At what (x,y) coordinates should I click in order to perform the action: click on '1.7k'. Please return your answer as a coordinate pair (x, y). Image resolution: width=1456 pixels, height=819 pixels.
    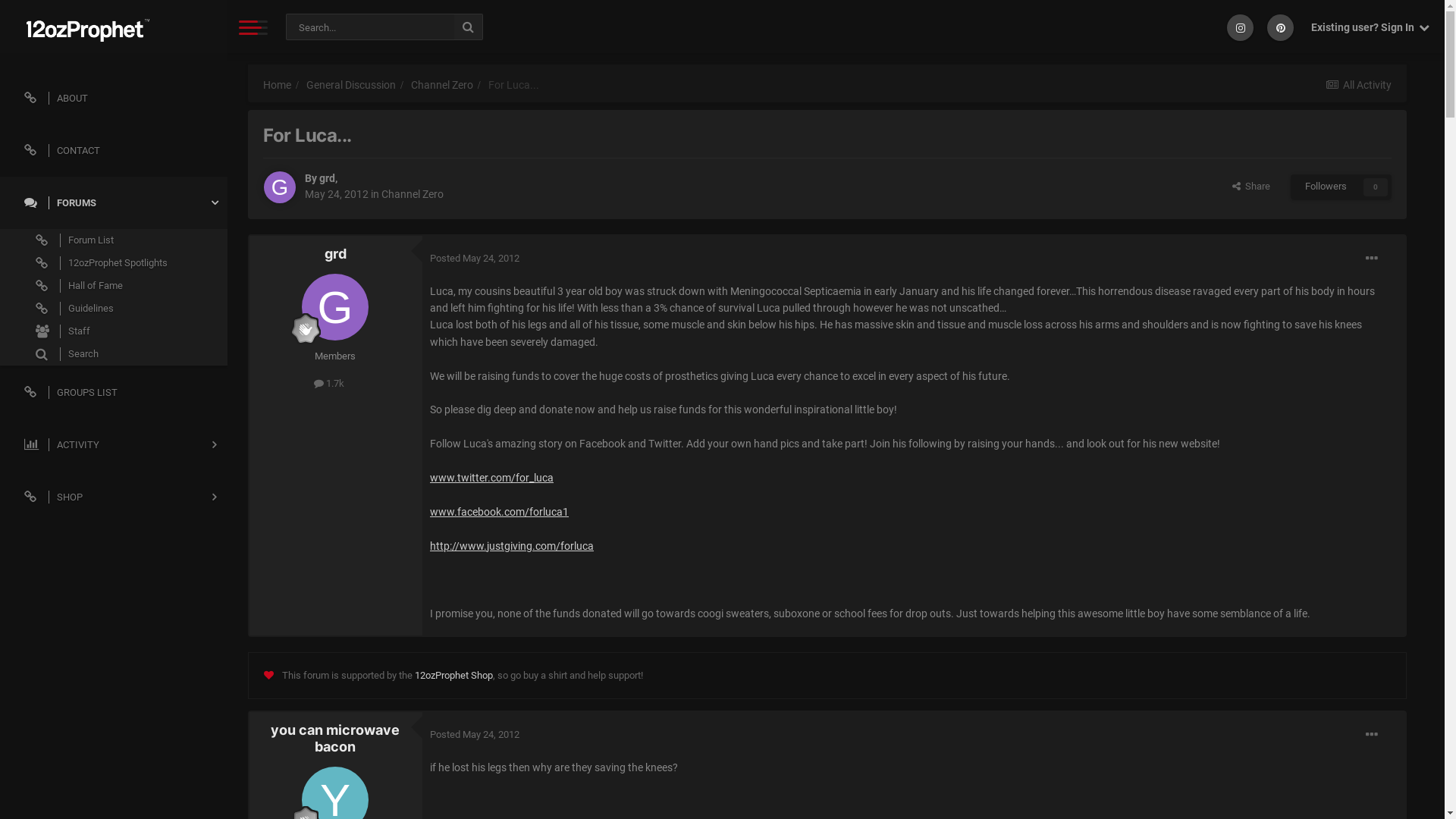
    Looking at the image, I should click on (328, 382).